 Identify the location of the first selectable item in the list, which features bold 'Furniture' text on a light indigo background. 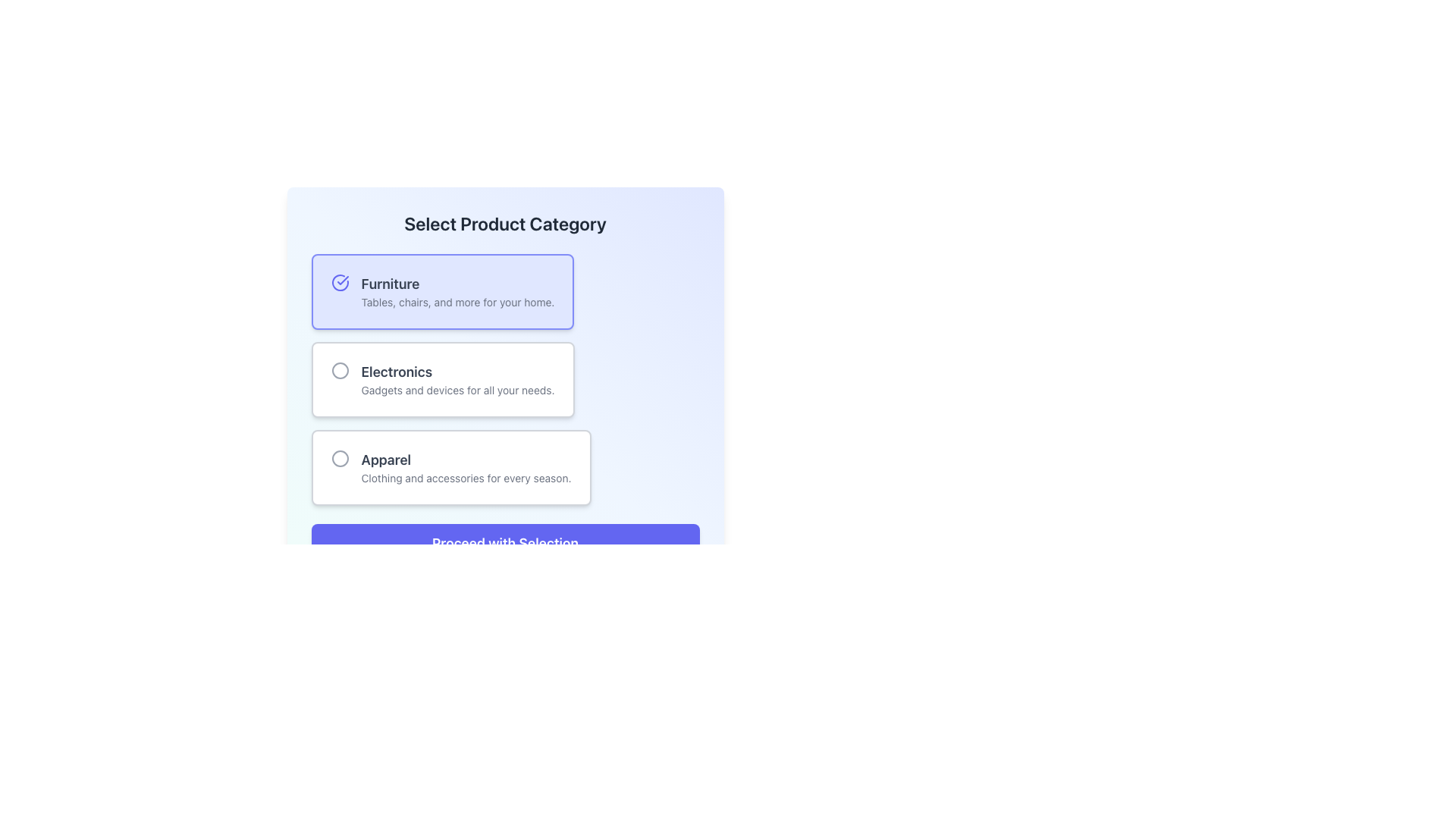
(457, 292).